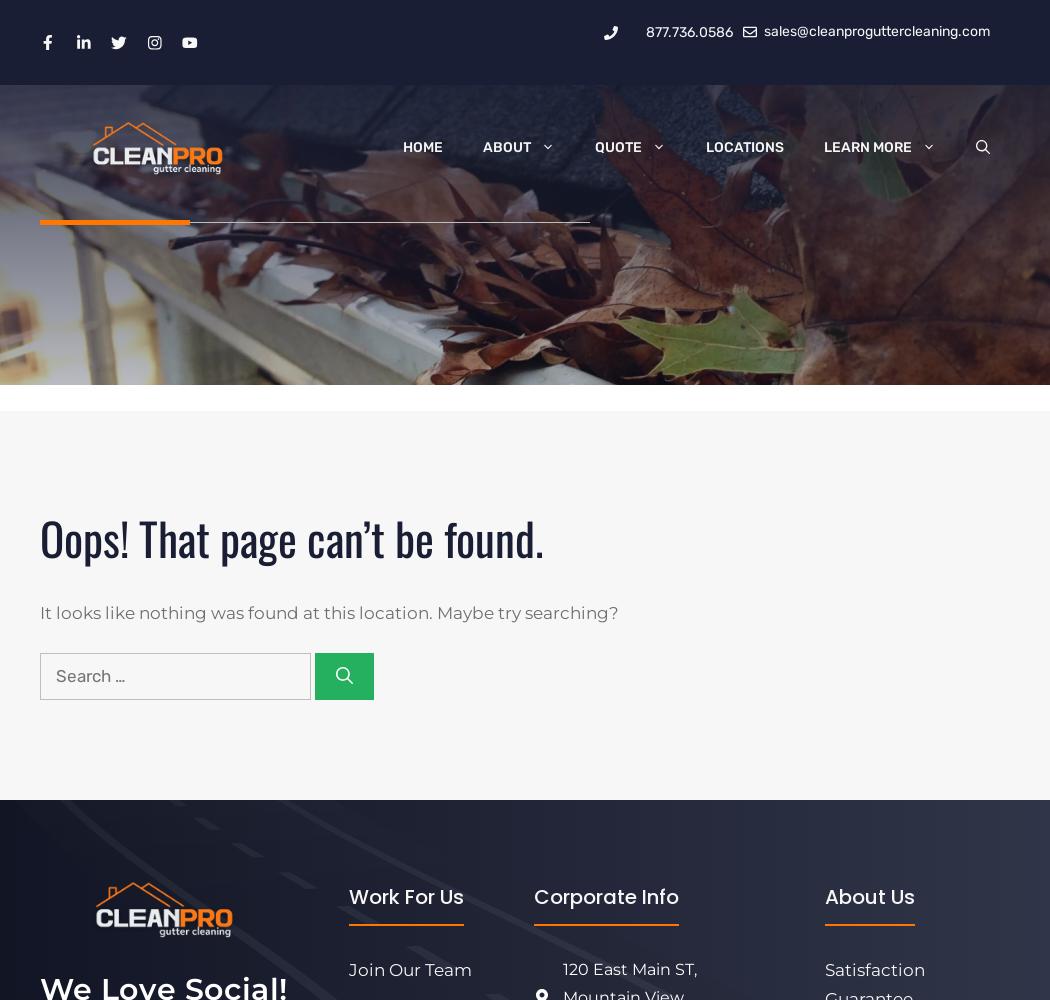  What do you see at coordinates (867, 147) in the screenshot?
I see `'Learn More'` at bounding box center [867, 147].